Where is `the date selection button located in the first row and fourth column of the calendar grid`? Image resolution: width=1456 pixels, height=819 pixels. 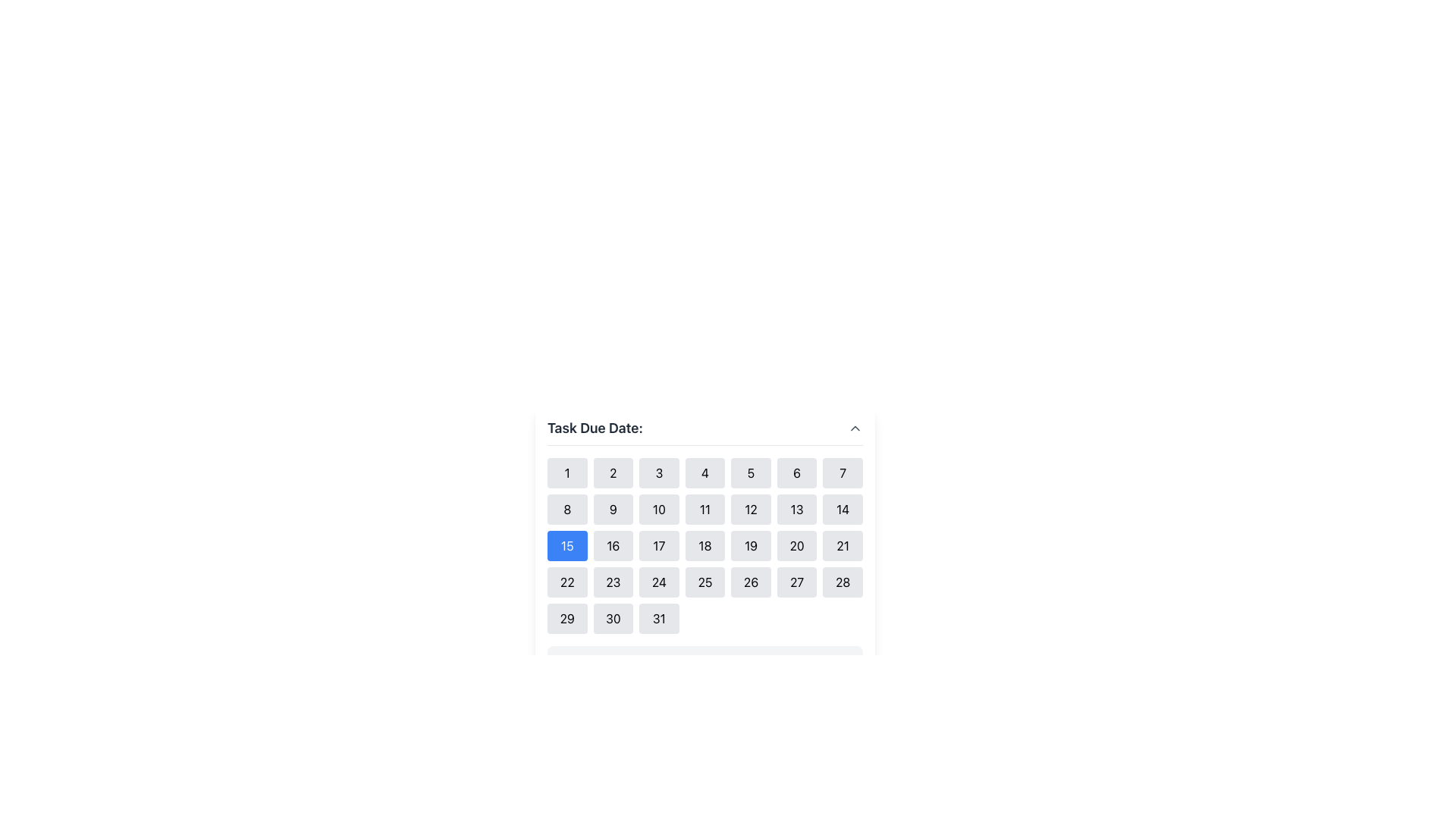 the date selection button located in the first row and fourth column of the calendar grid is located at coordinates (704, 472).